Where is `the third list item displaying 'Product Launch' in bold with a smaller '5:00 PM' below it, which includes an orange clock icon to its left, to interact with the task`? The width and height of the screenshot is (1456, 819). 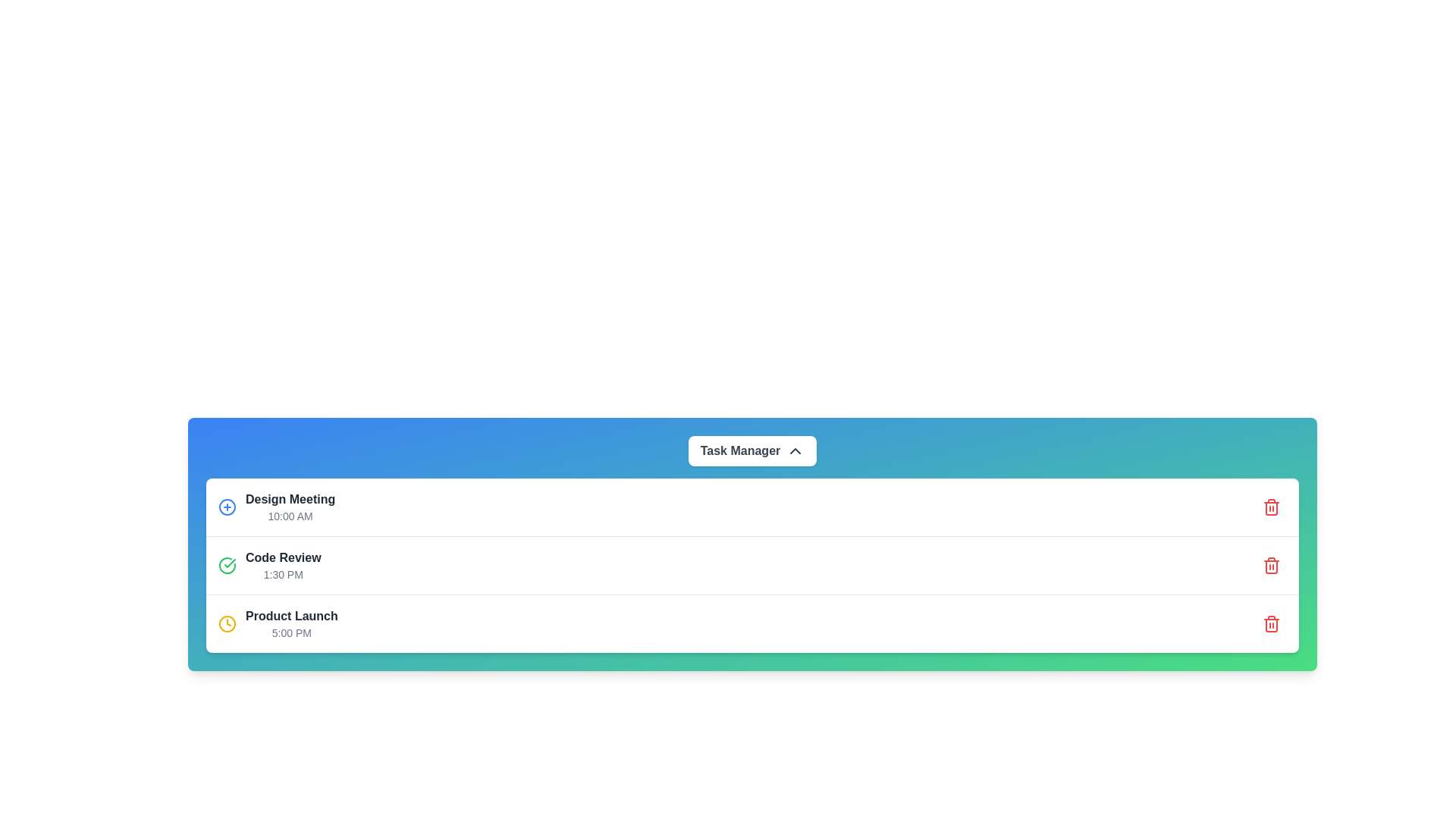
the third list item displaying 'Product Launch' in bold with a smaller '5:00 PM' below it, which includes an orange clock icon to its left, to interact with the task is located at coordinates (278, 623).